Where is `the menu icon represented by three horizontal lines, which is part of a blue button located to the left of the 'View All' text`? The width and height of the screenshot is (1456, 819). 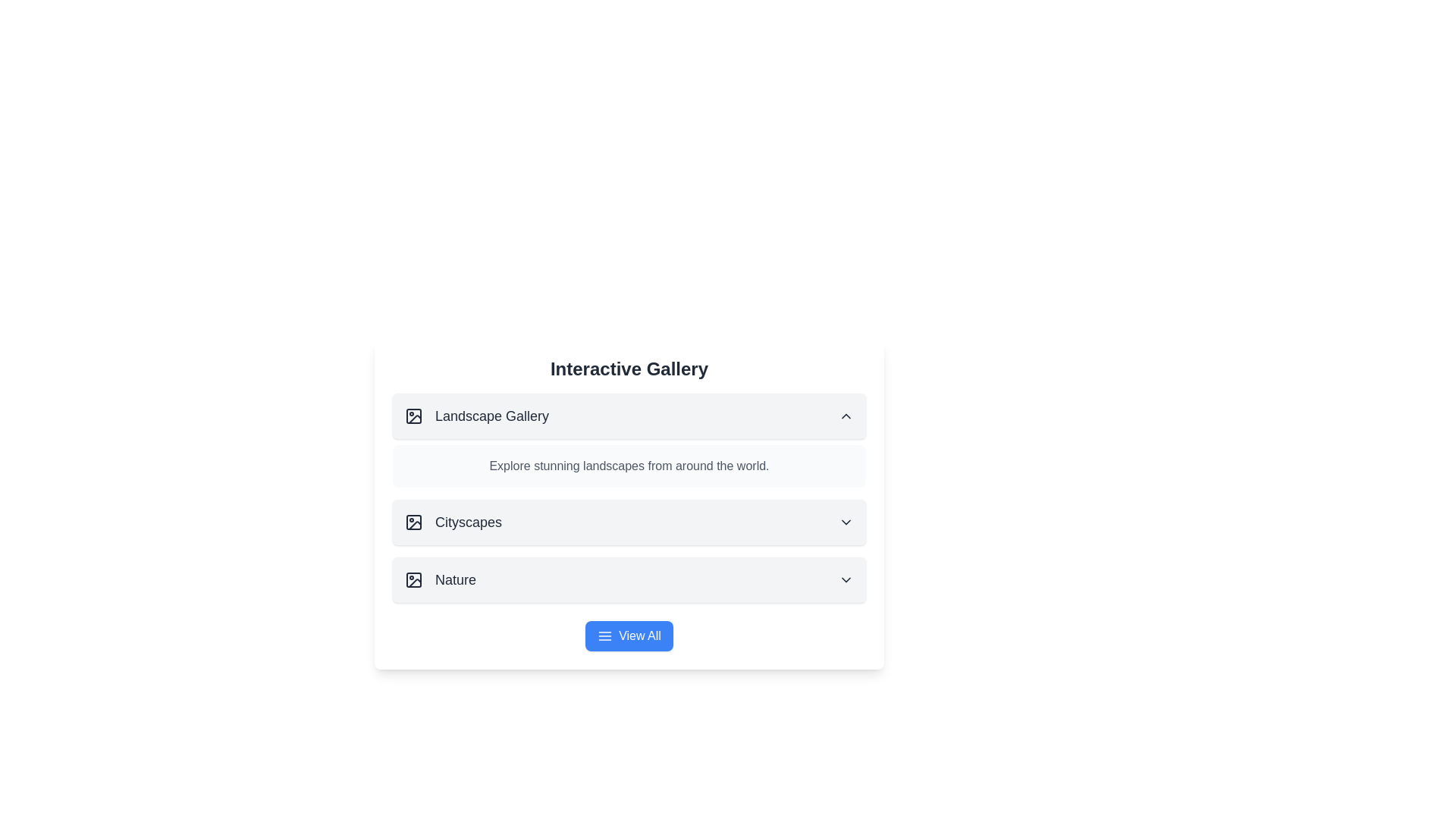
the menu icon represented by three horizontal lines, which is part of a blue button located to the left of the 'View All' text is located at coordinates (604, 636).